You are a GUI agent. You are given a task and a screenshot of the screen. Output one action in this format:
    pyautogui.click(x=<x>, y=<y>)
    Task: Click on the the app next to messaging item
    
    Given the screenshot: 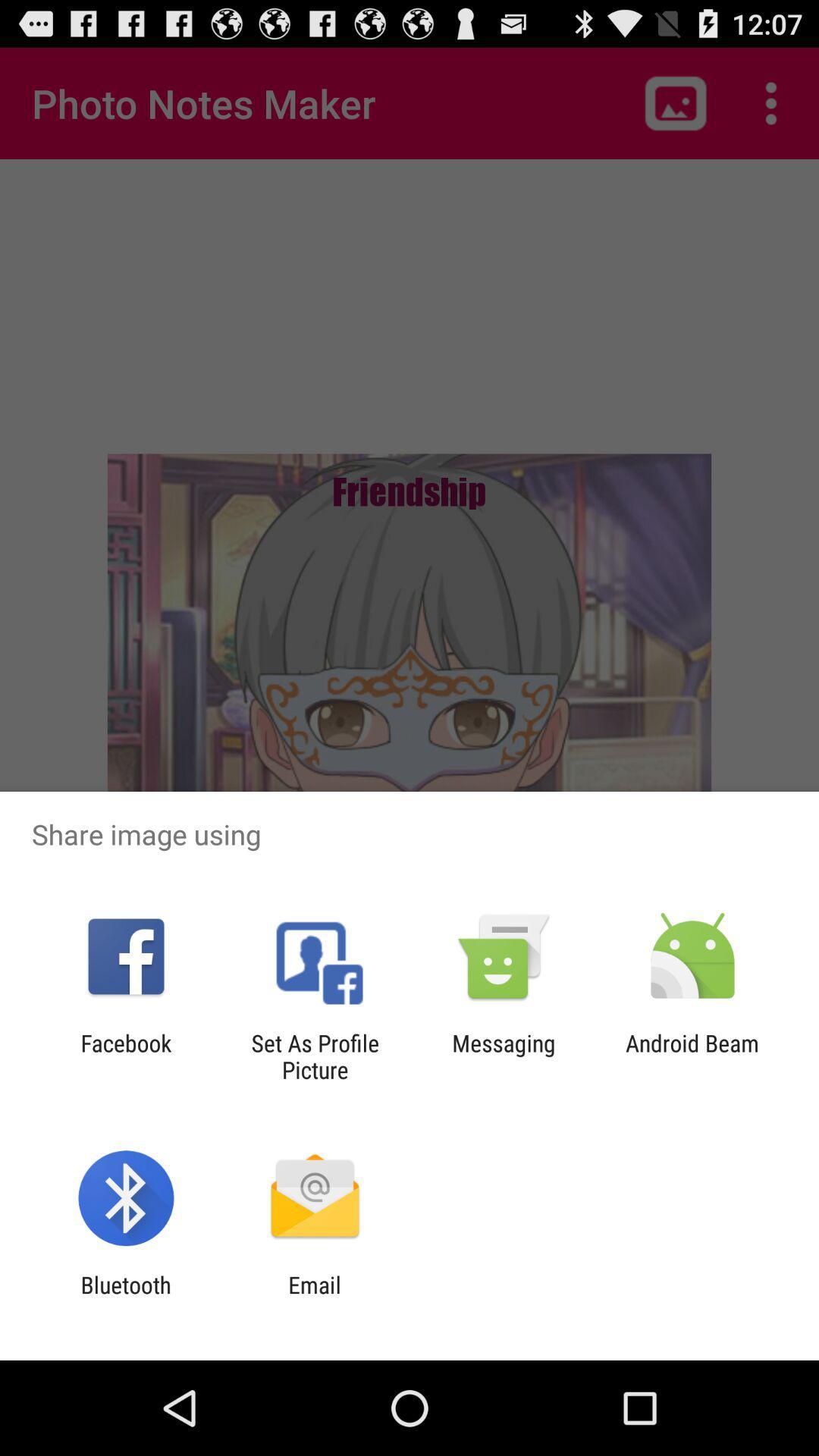 What is the action you would take?
    pyautogui.click(x=692, y=1056)
    